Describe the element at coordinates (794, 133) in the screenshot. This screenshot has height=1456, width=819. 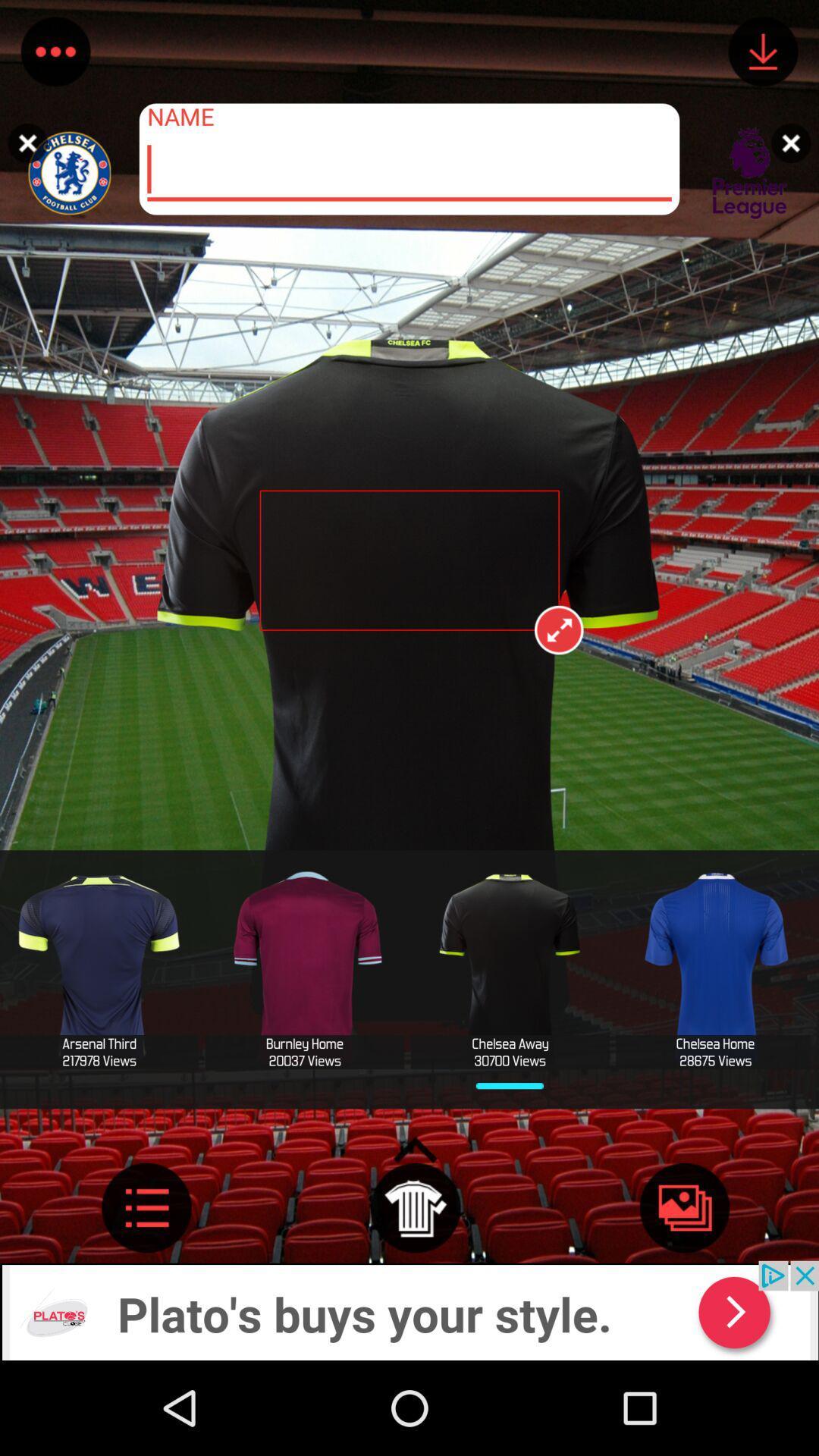
I see `the wrong icon which is right to the name field` at that location.